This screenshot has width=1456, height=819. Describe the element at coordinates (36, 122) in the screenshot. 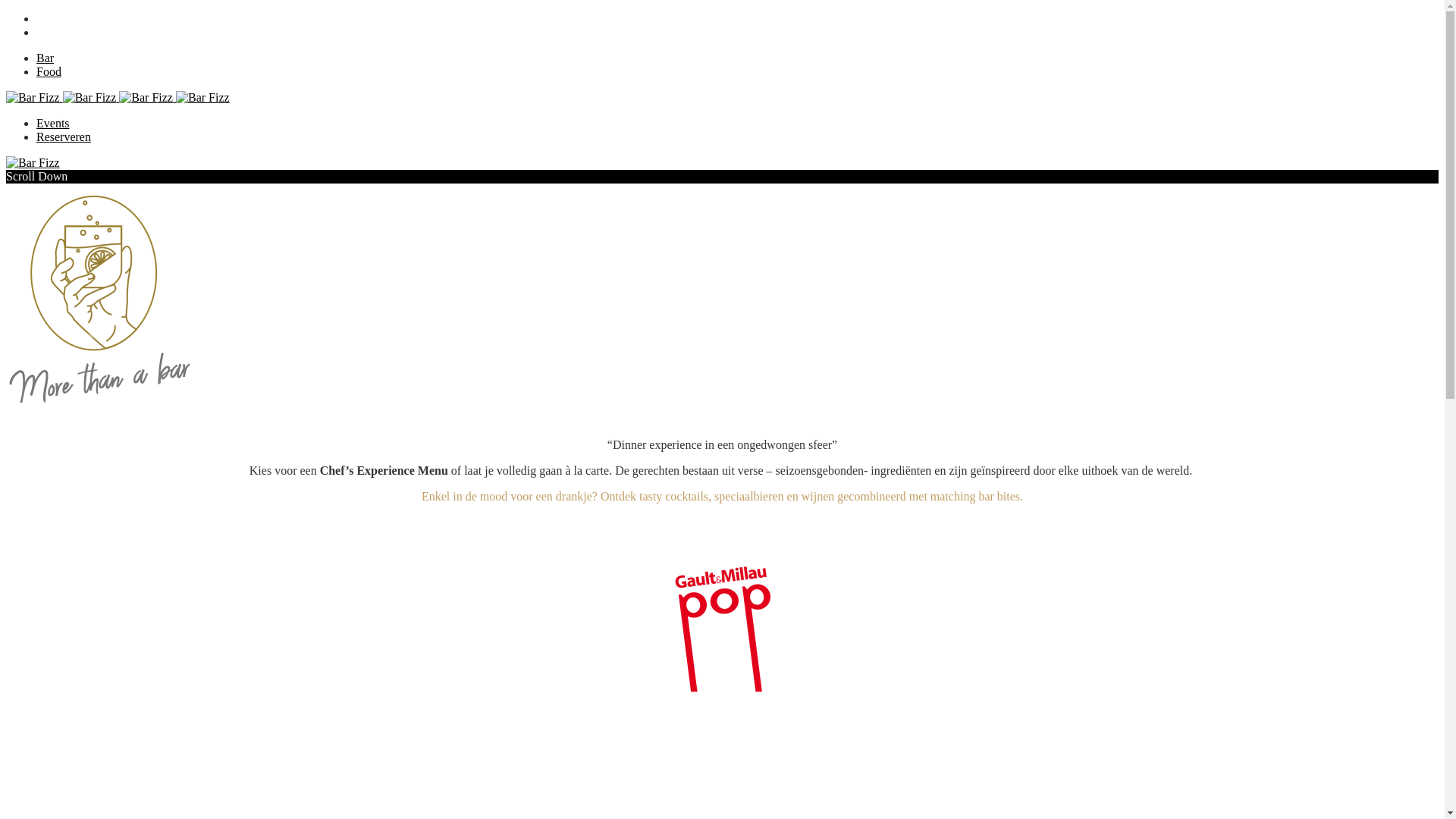

I see `'Events'` at that location.